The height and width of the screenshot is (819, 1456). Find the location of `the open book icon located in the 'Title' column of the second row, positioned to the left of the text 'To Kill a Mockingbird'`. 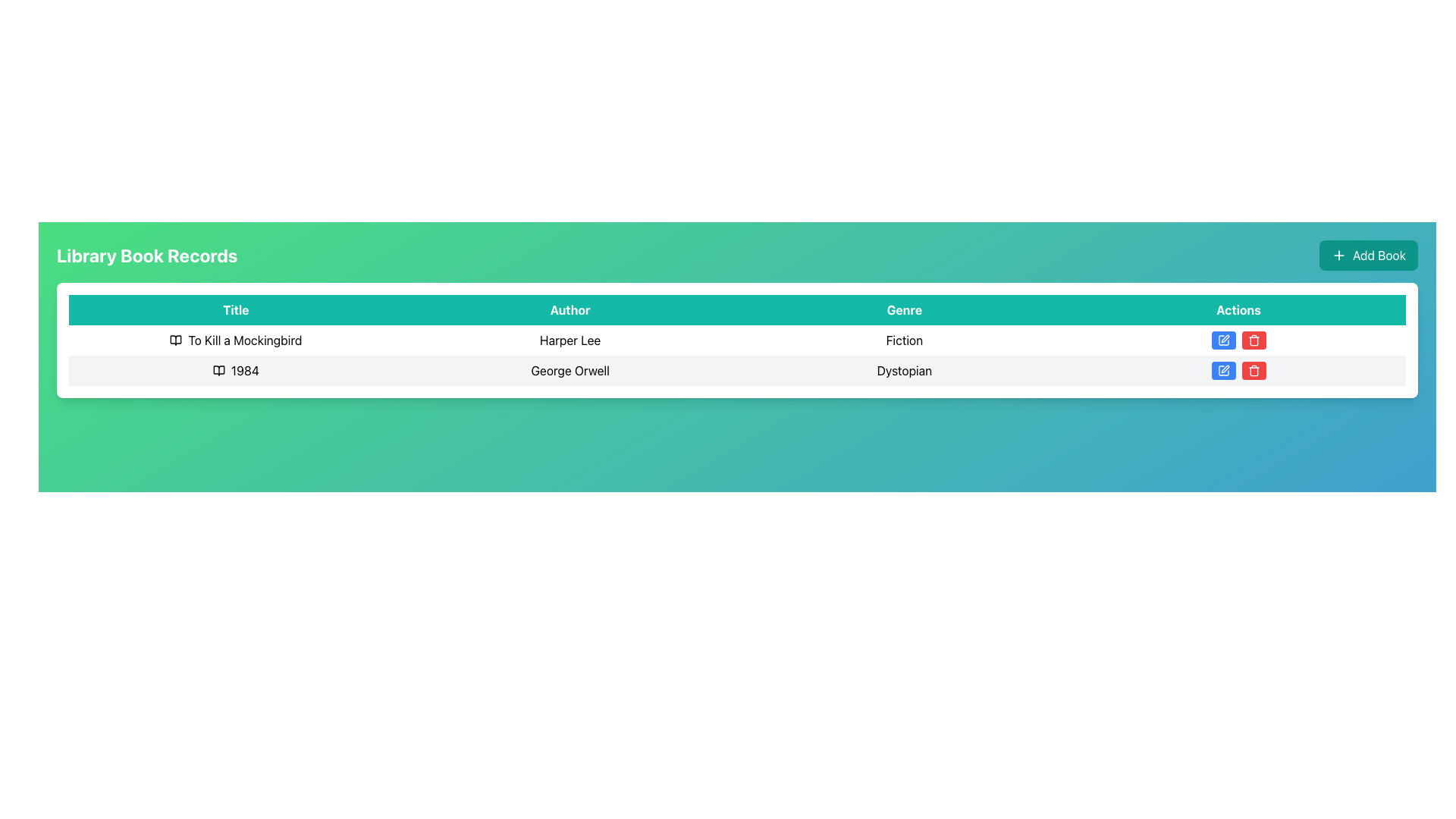

the open book icon located in the 'Title' column of the second row, positioned to the left of the text 'To Kill a Mockingbird' is located at coordinates (218, 371).